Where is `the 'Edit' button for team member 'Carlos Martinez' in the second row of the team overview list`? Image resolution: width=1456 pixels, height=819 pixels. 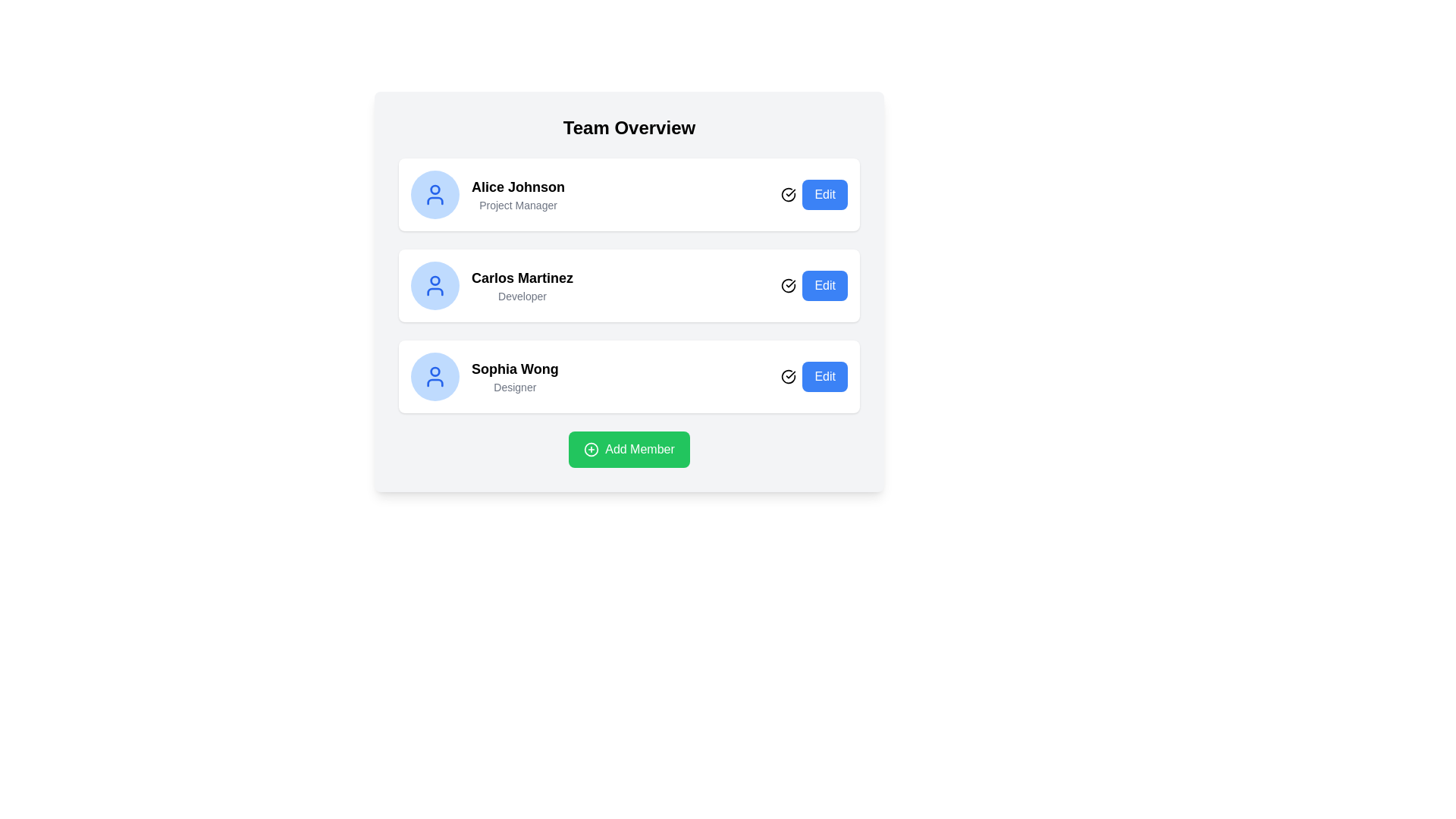
the 'Edit' button for team member 'Carlos Martinez' in the second row of the team overview list is located at coordinates (824, 286).